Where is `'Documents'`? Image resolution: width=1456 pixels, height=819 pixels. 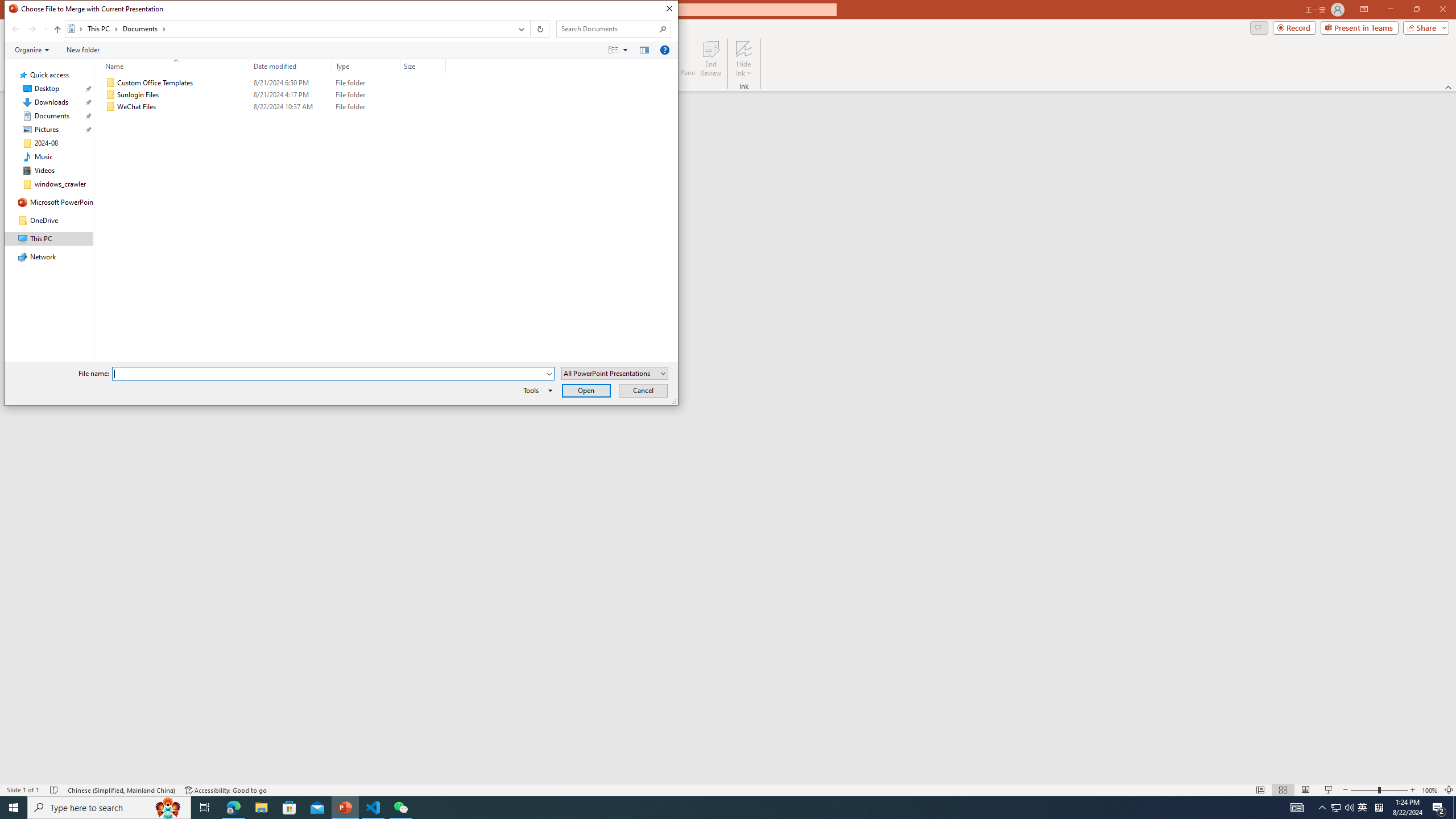
'Documents' is located at coordinates (144, 28).